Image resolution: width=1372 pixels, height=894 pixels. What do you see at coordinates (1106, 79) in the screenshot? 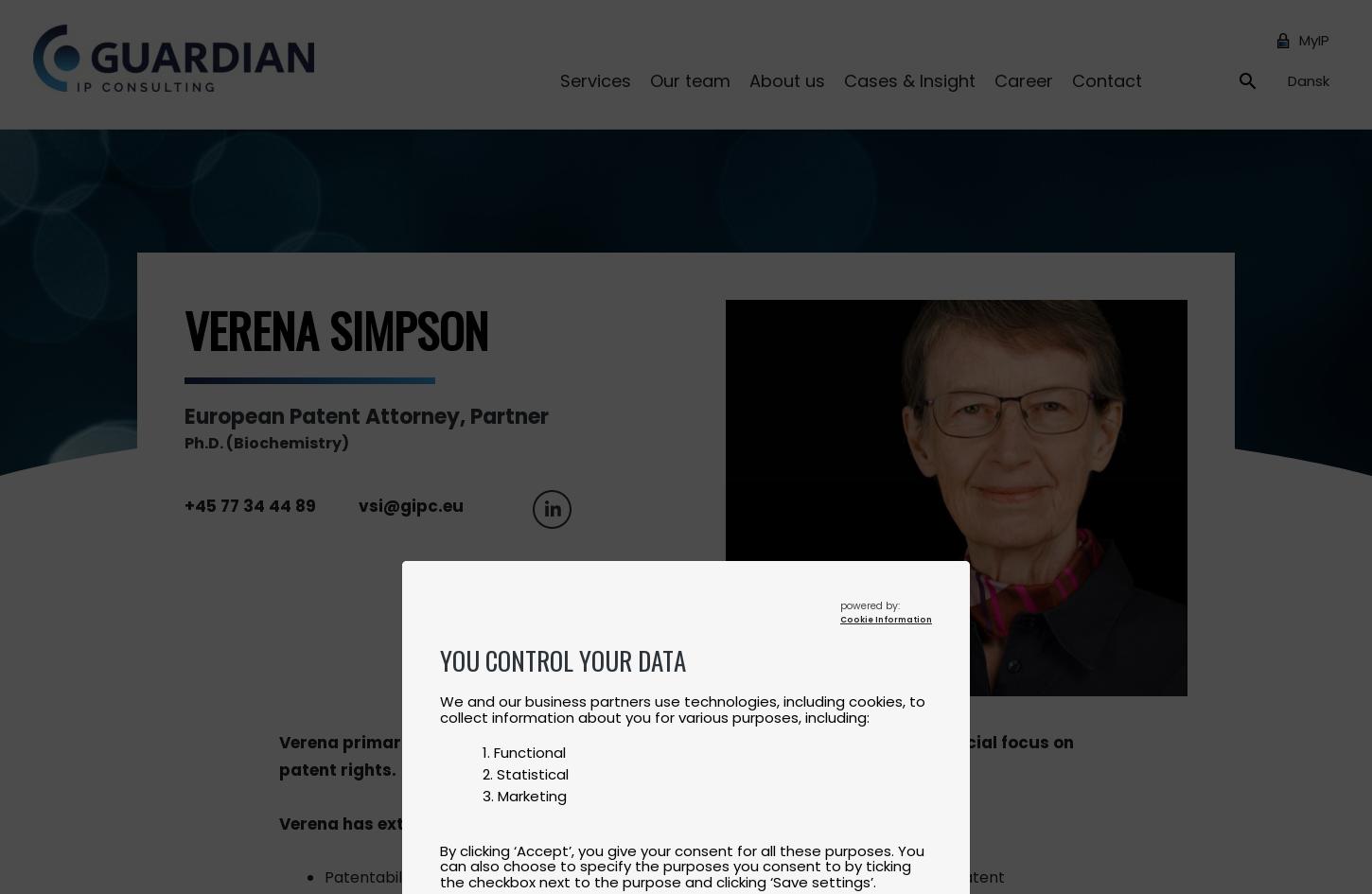
I see `'Contact'` at bounding box center [1106, 79].